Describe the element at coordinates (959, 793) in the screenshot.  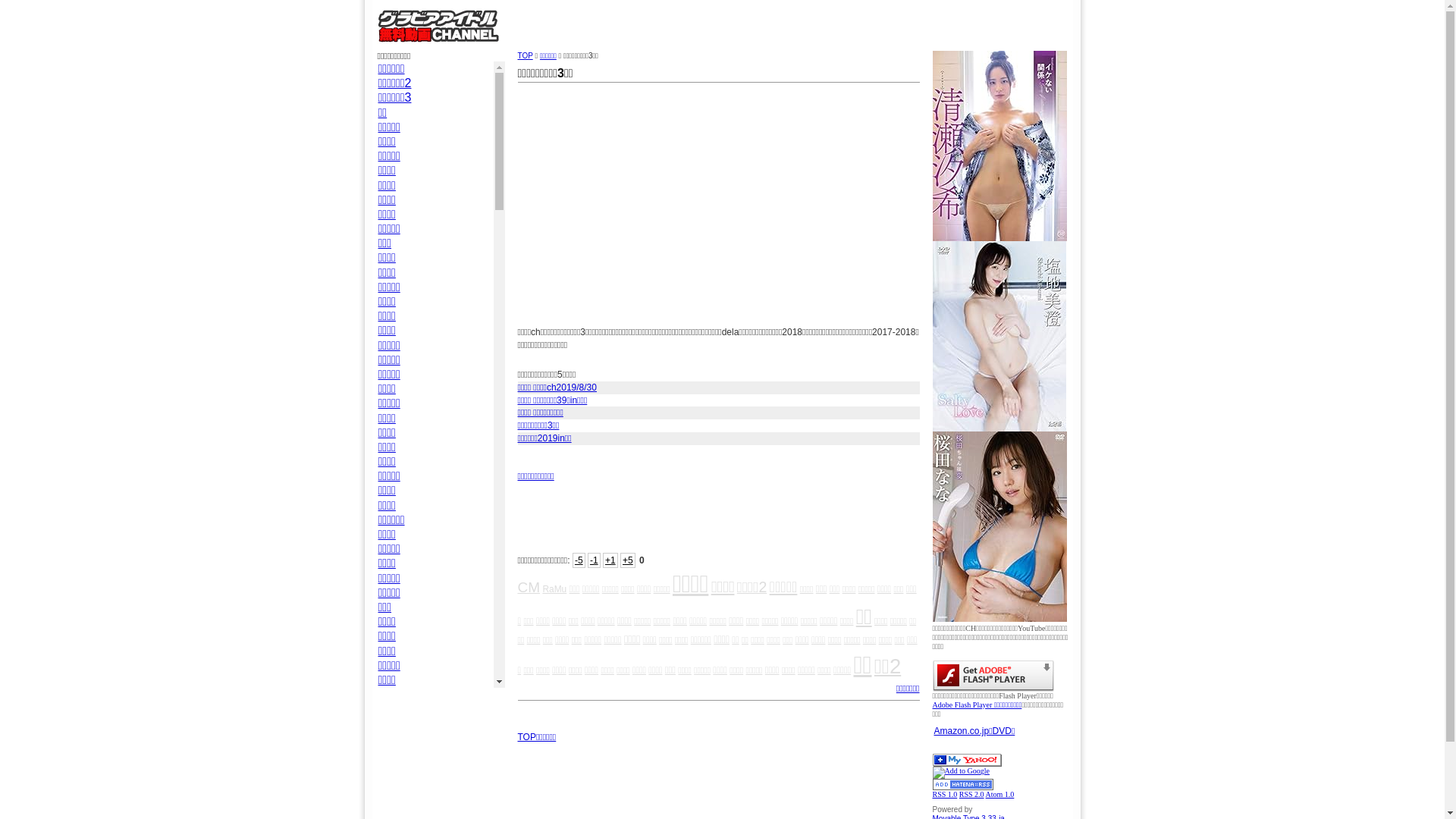
I see `'RSS 2.0'` at that location.